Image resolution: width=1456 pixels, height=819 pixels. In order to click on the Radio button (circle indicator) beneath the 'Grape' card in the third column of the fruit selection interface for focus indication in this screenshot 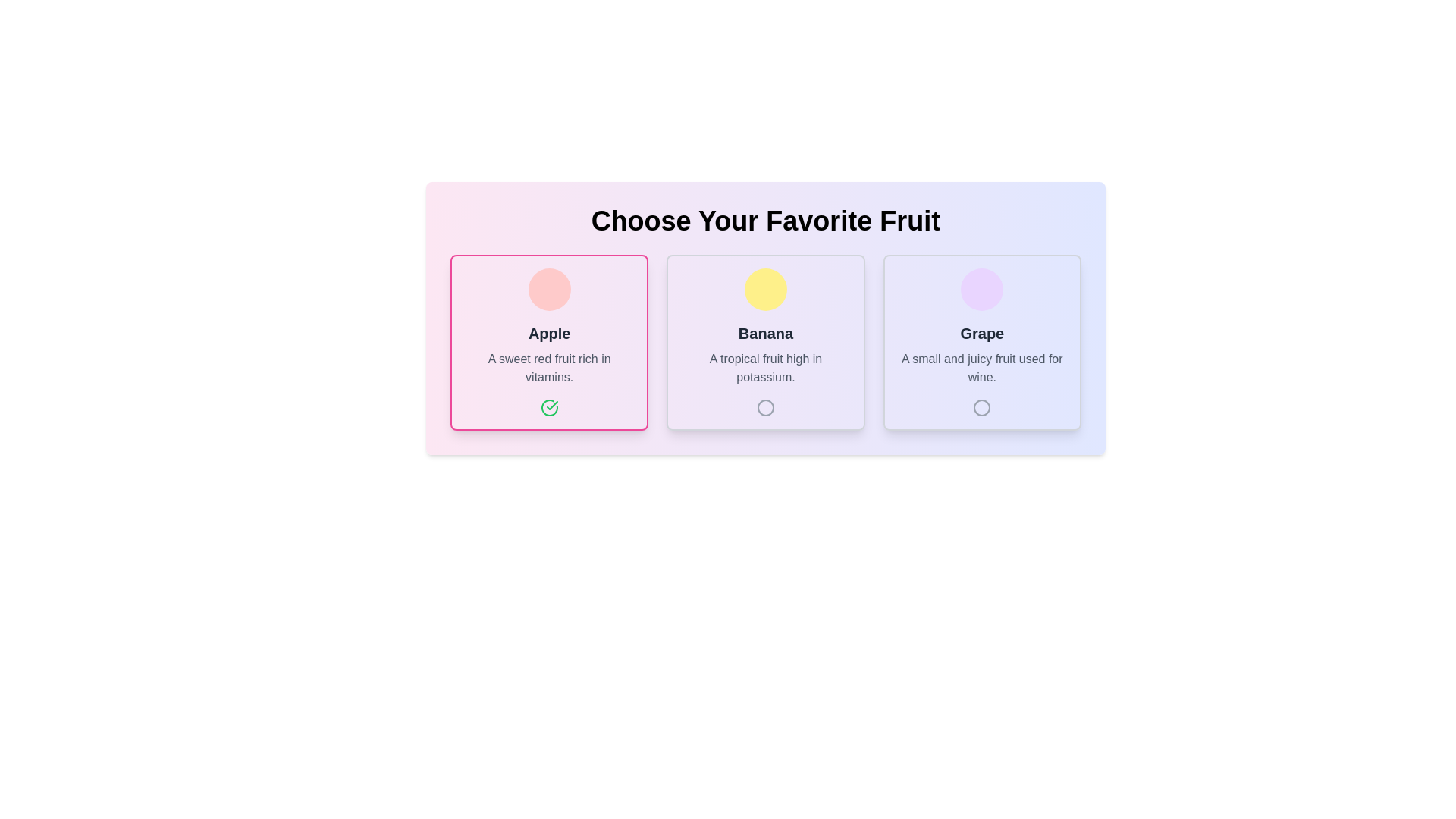, I will do `click(982, 406)`.